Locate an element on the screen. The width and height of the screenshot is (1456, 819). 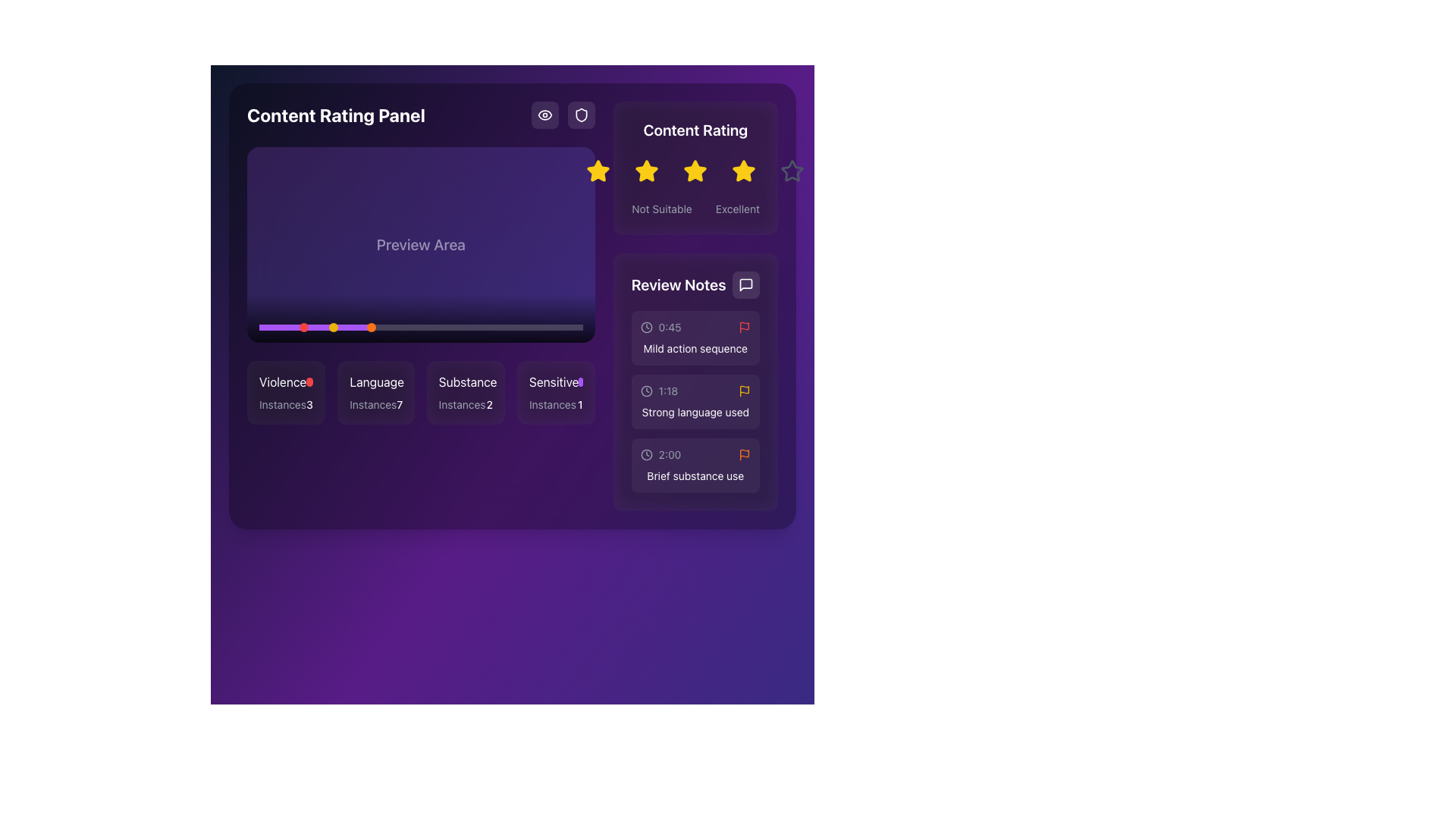
the Icon button located in the 'Review Notes' section, positioned towards the top right of its panel is located at coordinates (745, 284).